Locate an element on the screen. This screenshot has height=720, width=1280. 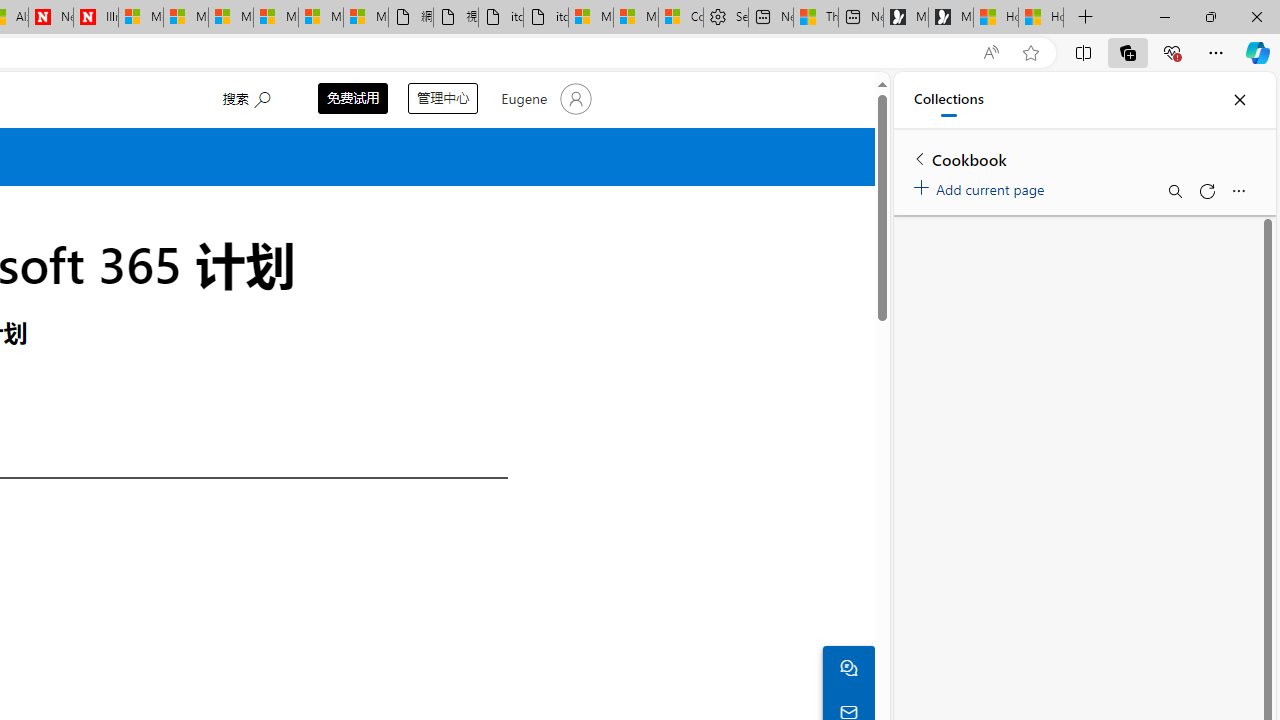
'Newsweek - News, Analysis, Politics, Business, Technology' is located at coordinates (51, 17).